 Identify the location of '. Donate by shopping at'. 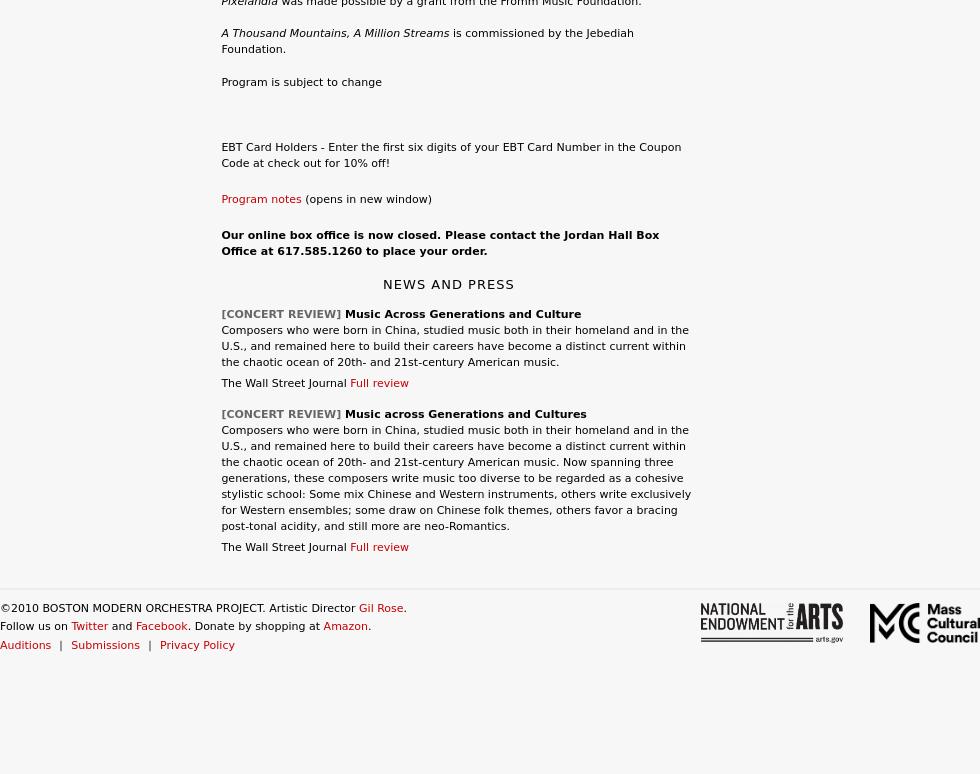
(254, 625).